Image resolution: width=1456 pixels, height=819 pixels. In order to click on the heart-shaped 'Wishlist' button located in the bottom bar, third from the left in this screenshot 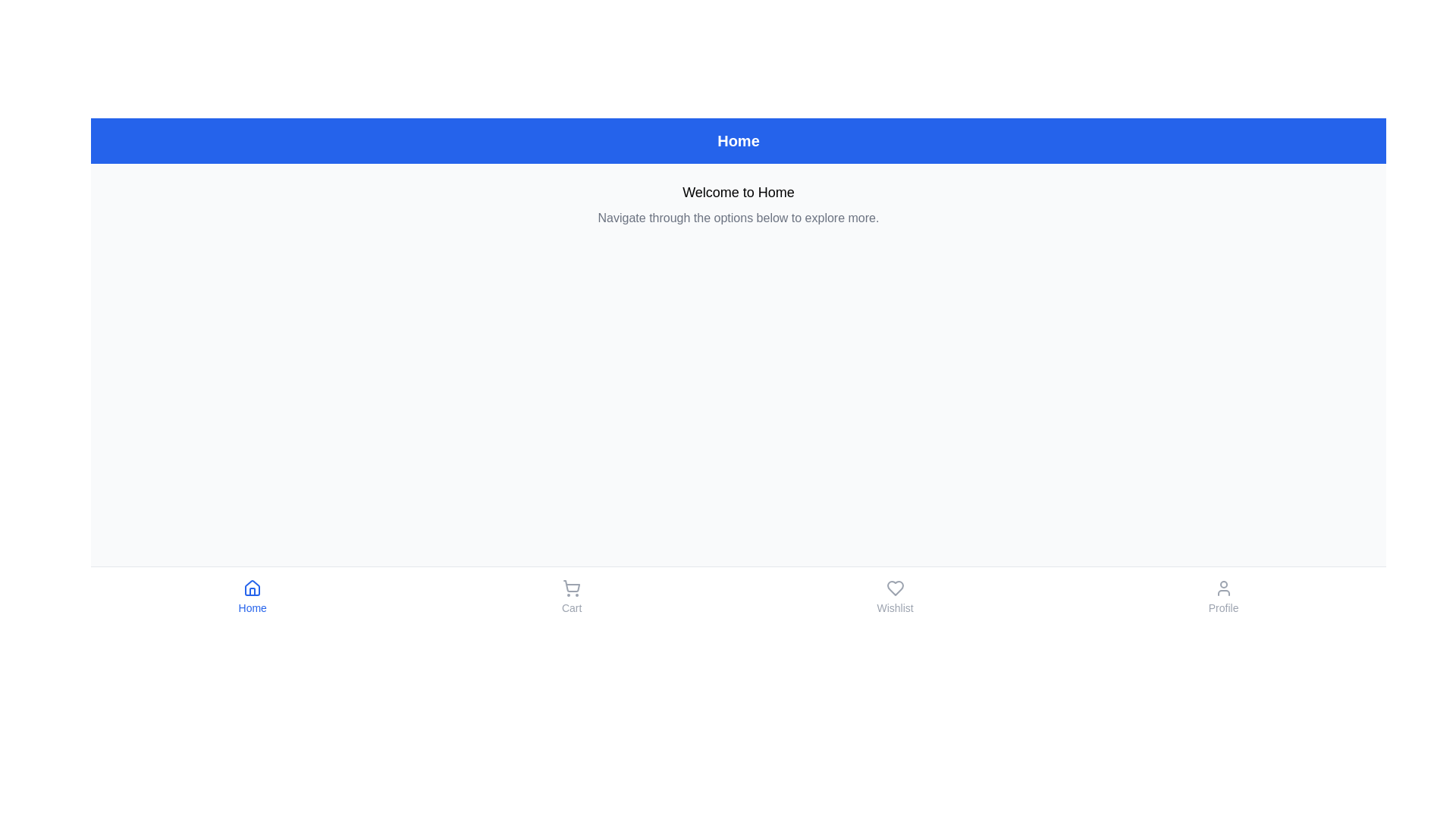, I will do `click(895, 596)`.